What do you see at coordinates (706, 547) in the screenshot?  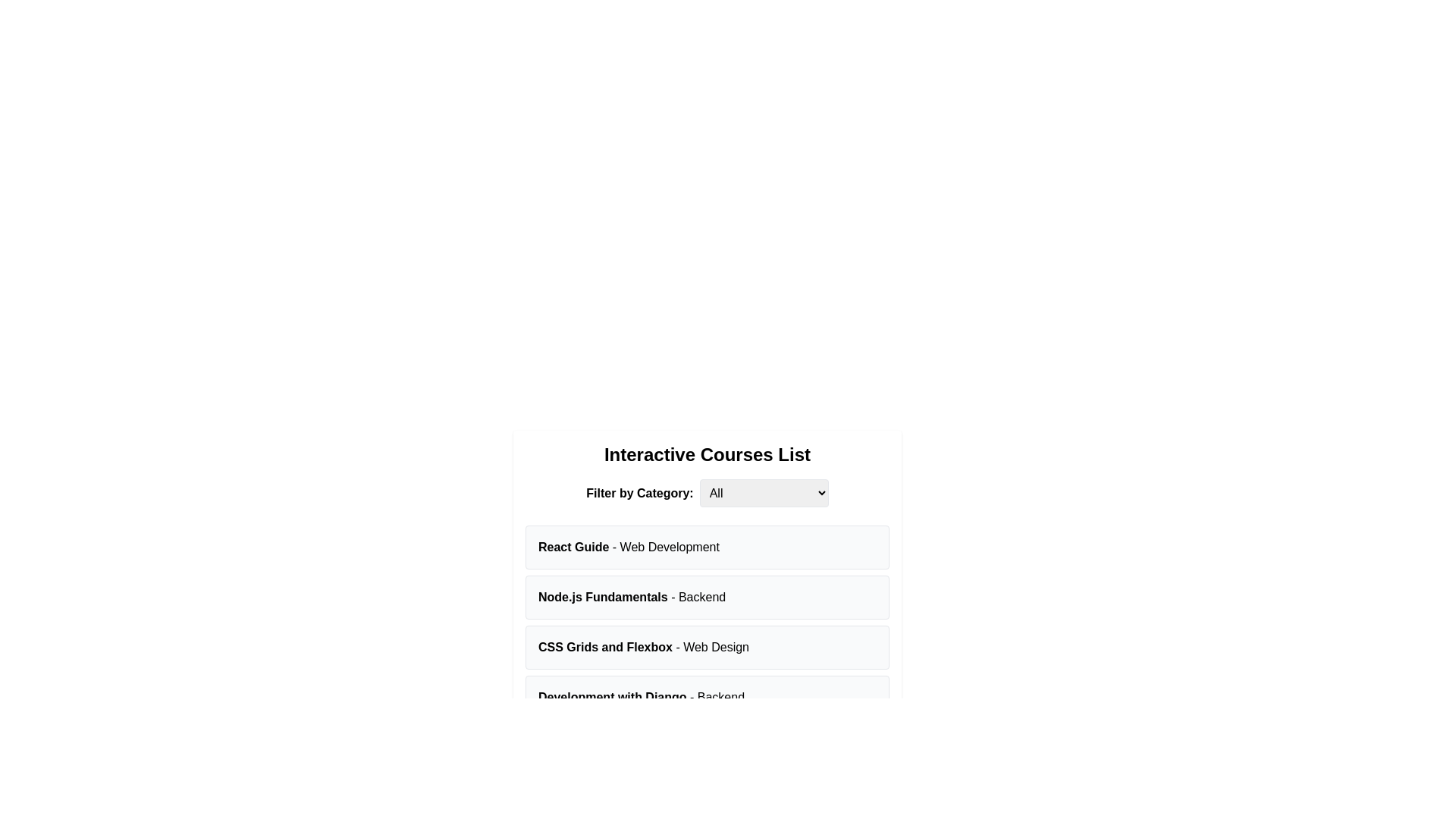 I see `the first list item representing the course titled 'React Guide - Web Development' to change its background color` at bounding box center [706, 547].